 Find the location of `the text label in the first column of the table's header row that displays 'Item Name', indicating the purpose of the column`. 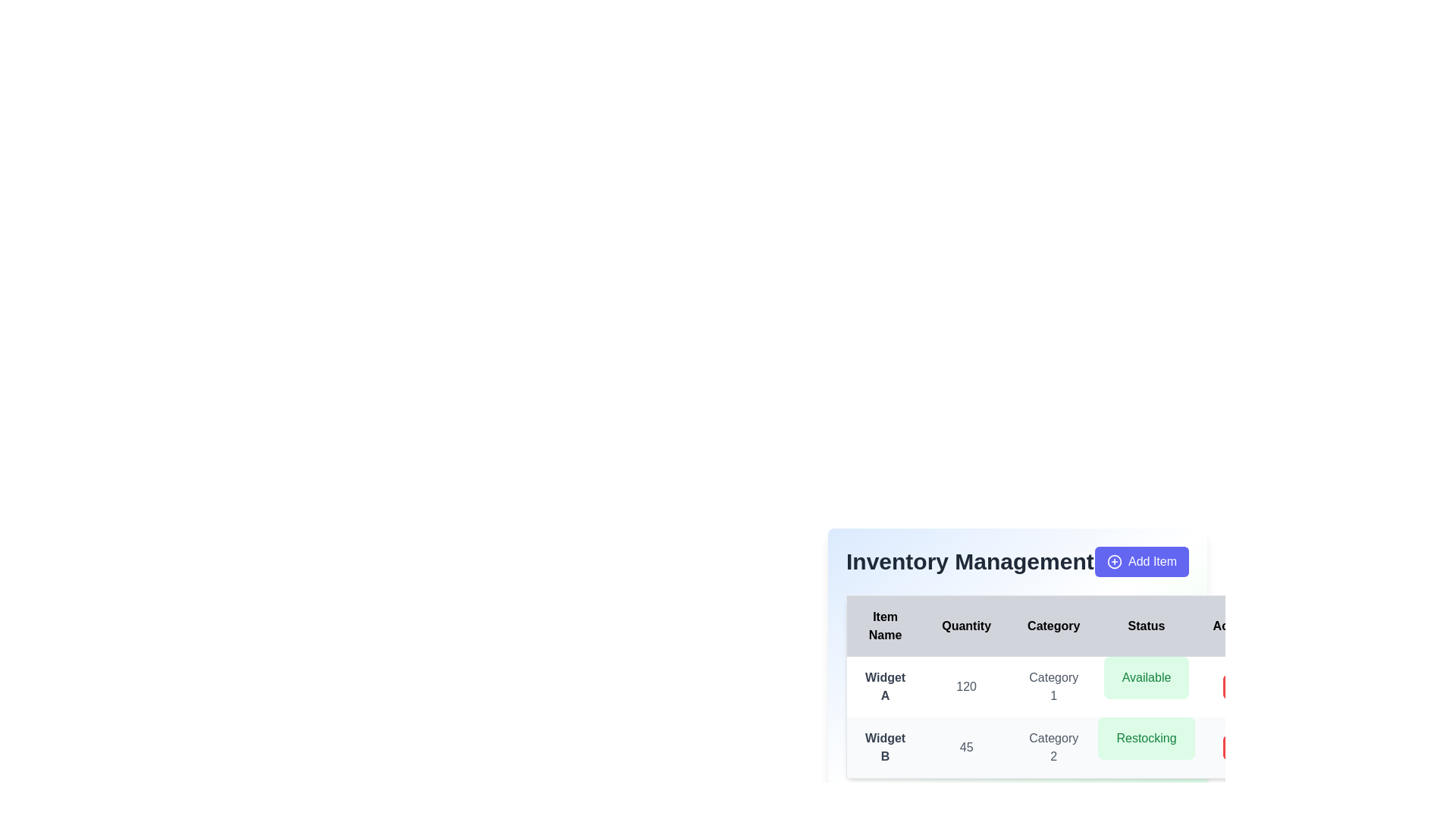

the text label in the first column of the table's header row that displays 'Item Name', indicating the purpose of the column is located at coordinates (885, 626).